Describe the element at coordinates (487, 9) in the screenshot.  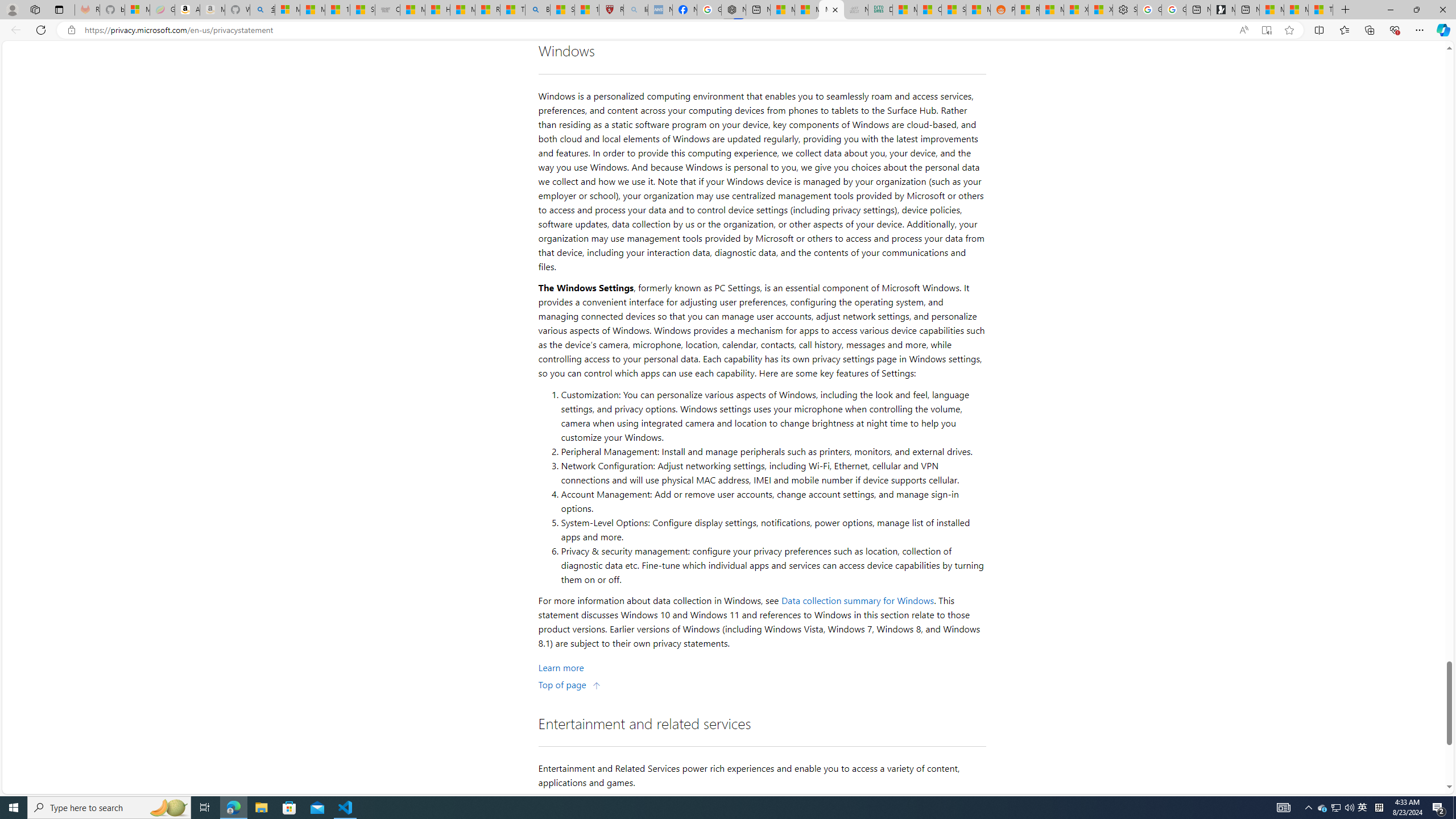
I see `'Recipes - MSN'` at that location.